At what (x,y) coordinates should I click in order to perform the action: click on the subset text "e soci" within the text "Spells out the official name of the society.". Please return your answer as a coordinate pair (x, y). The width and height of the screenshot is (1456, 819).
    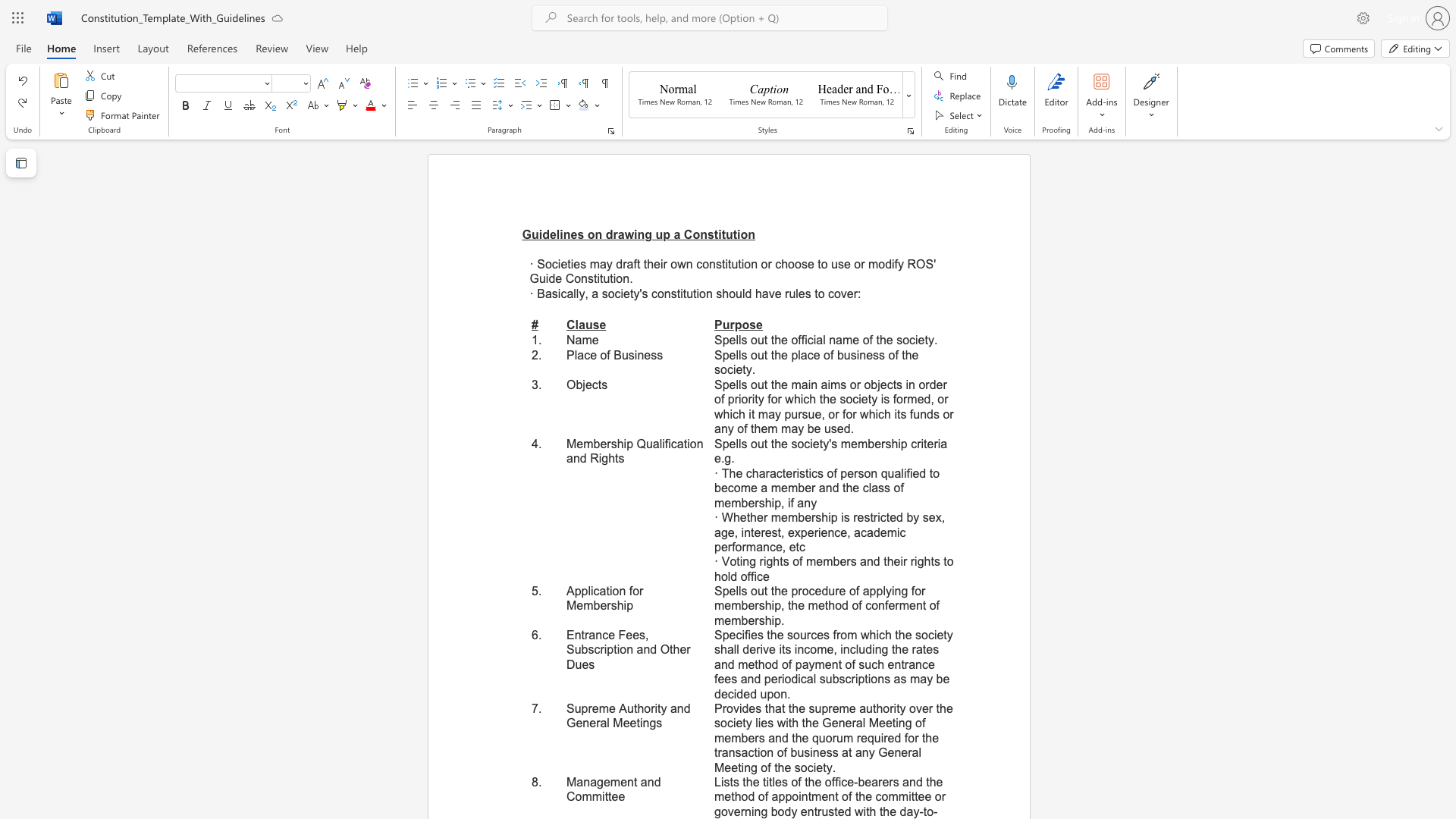
    Looking at the image, I should click on (886, 339).